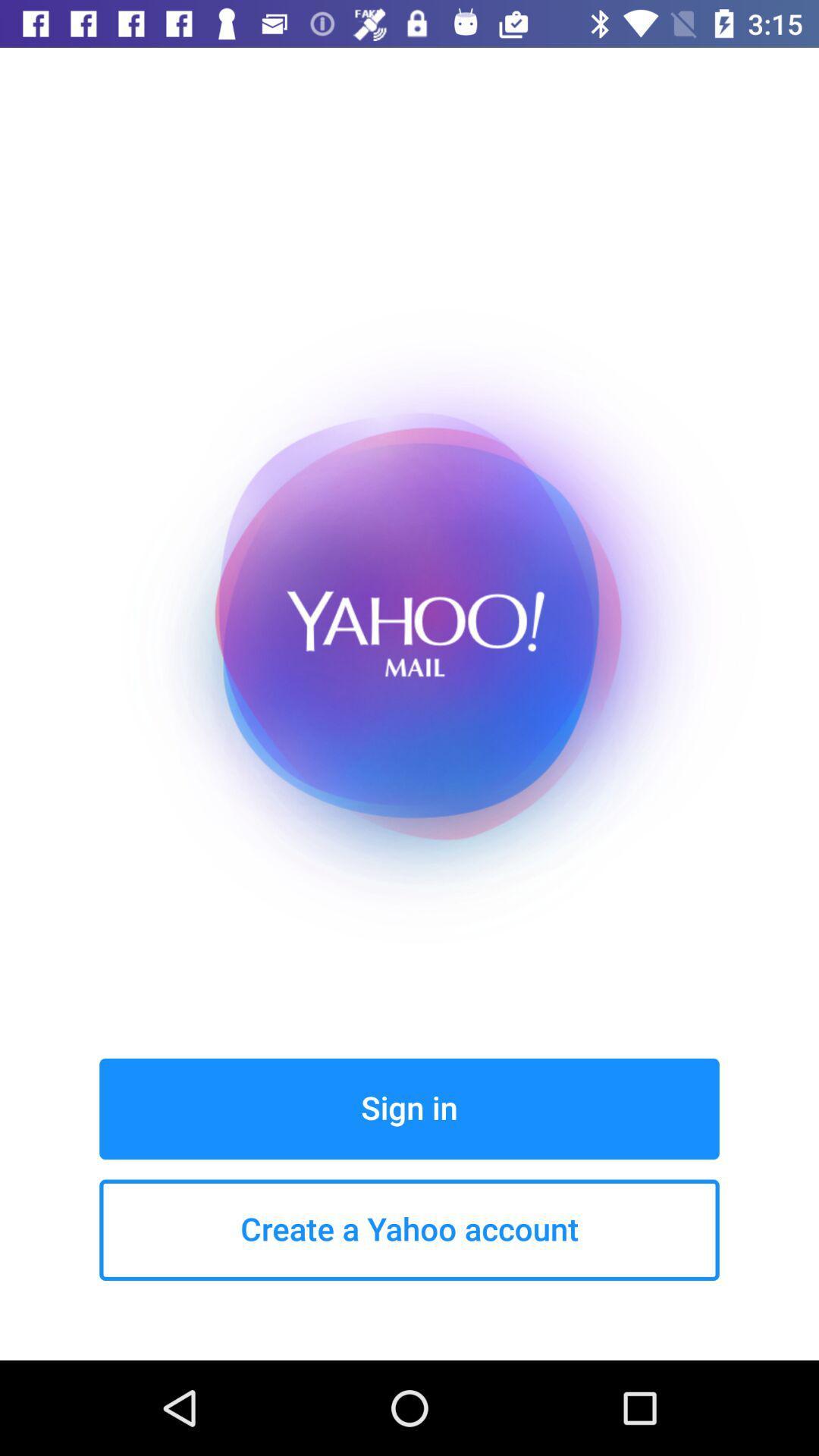 This screenshot has height=1456, width=819. Describe the element at coordinates (409, 1109) in the screenshot. I see `item above create a yahoo icon` at that location.